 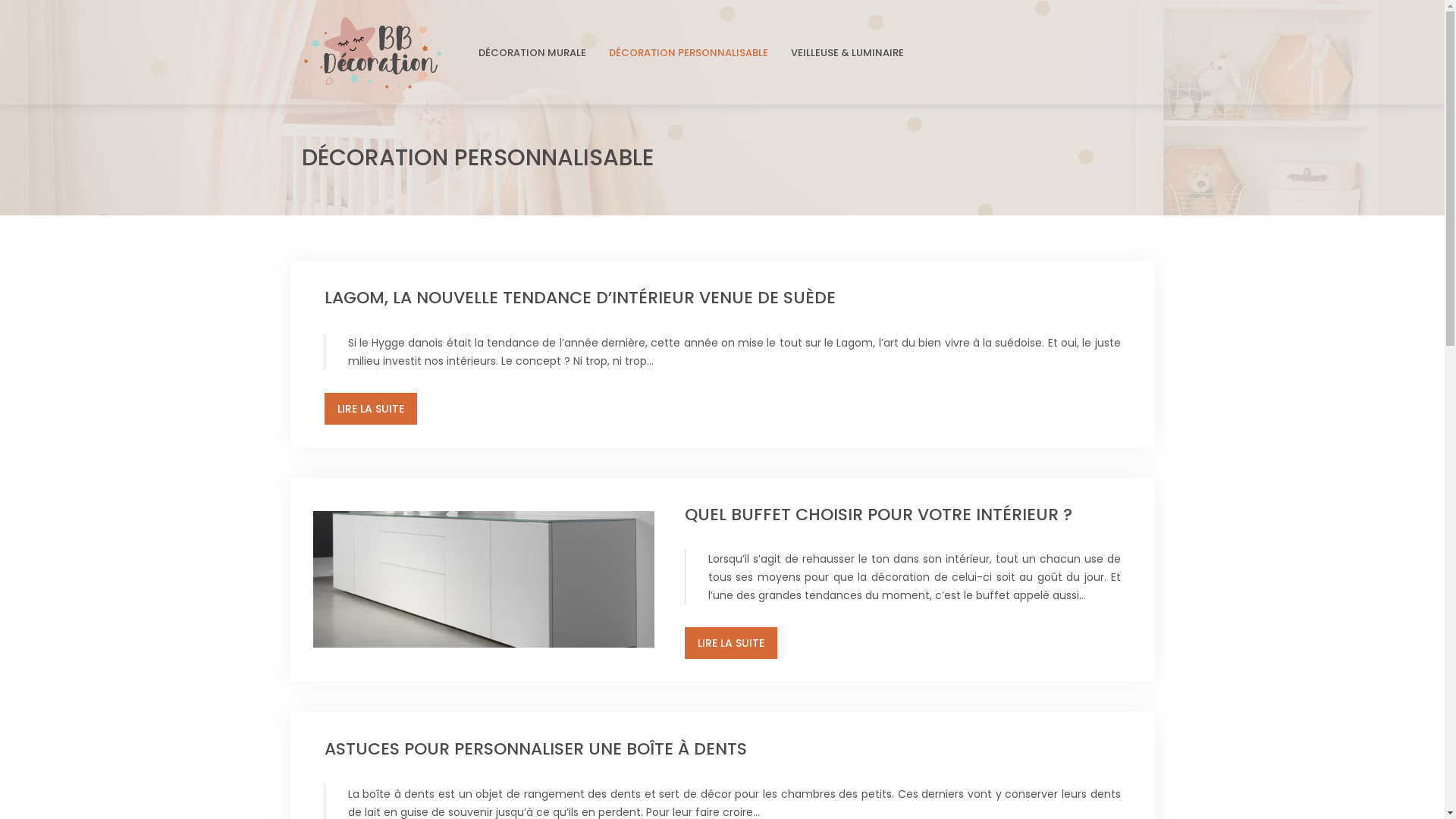 What do you see at coordinates (846, 52) in the screenshot?
I see `'VEILLEUSE & LUMINAIRE'` at bounding box center [846, 52].